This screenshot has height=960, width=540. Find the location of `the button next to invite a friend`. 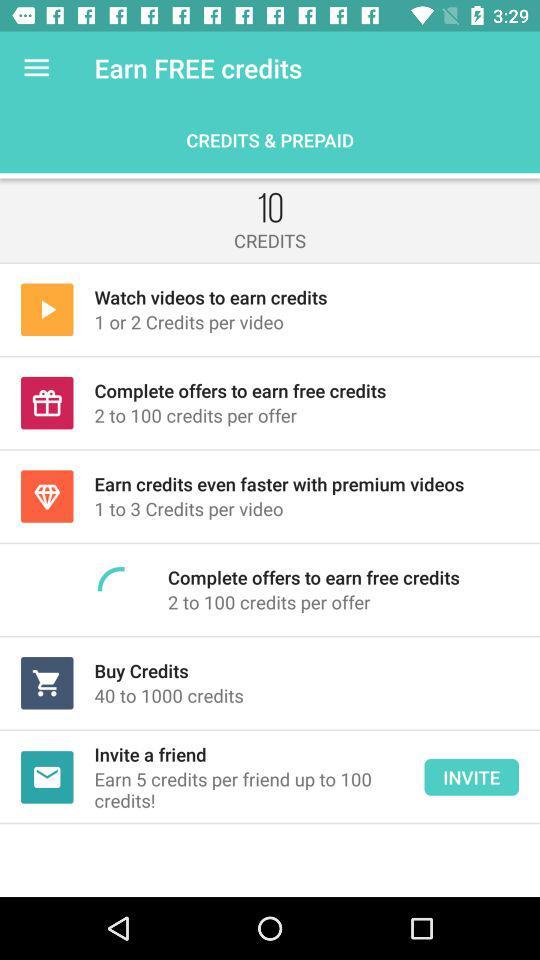

the button next to invite a friend is located at coordinates (472, 776).